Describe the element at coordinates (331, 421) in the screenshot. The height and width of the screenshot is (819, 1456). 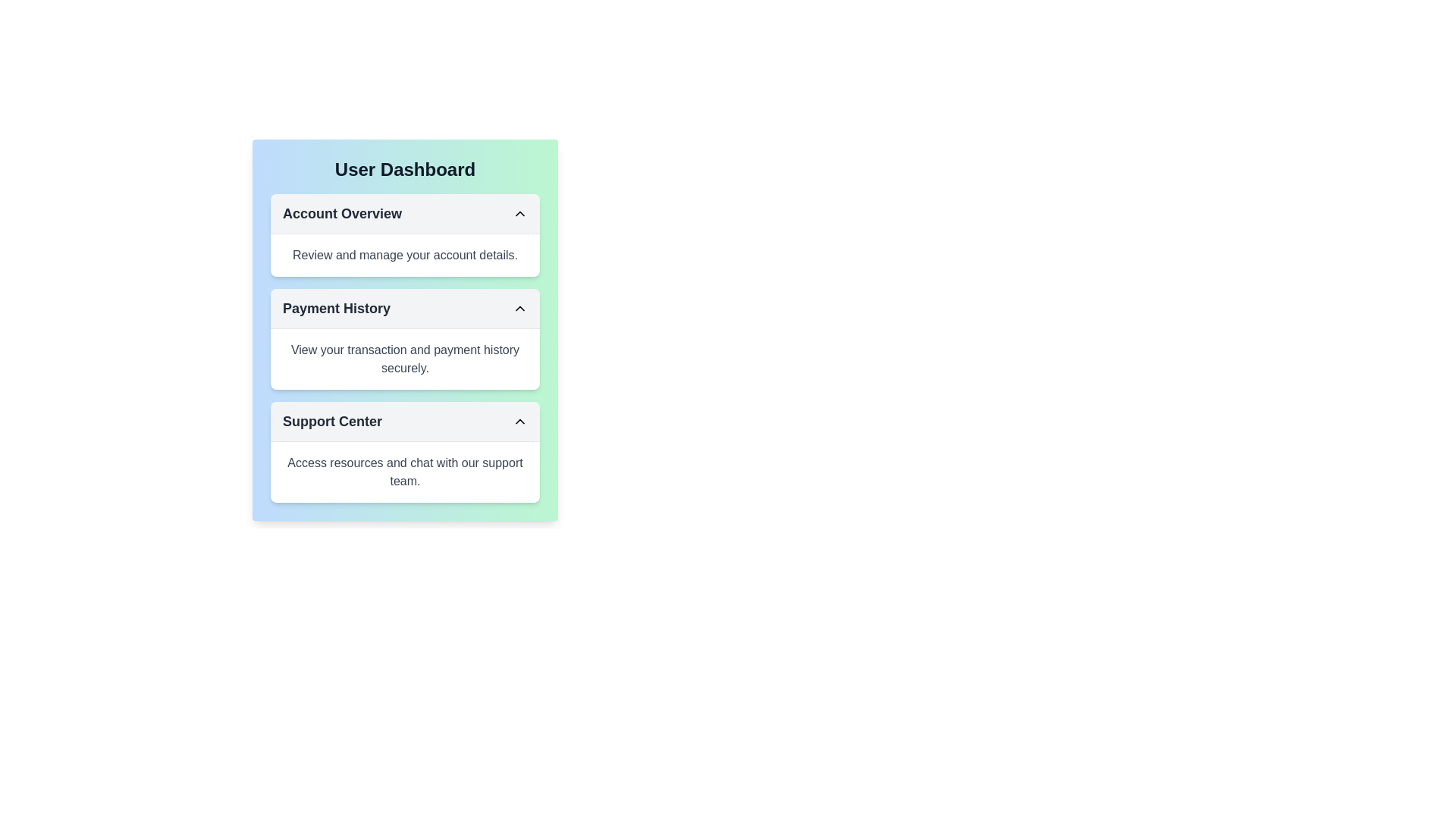
I see `text label 'Support Center' which is styled in bold dark gray within the third section of the vertical menu` at that location.